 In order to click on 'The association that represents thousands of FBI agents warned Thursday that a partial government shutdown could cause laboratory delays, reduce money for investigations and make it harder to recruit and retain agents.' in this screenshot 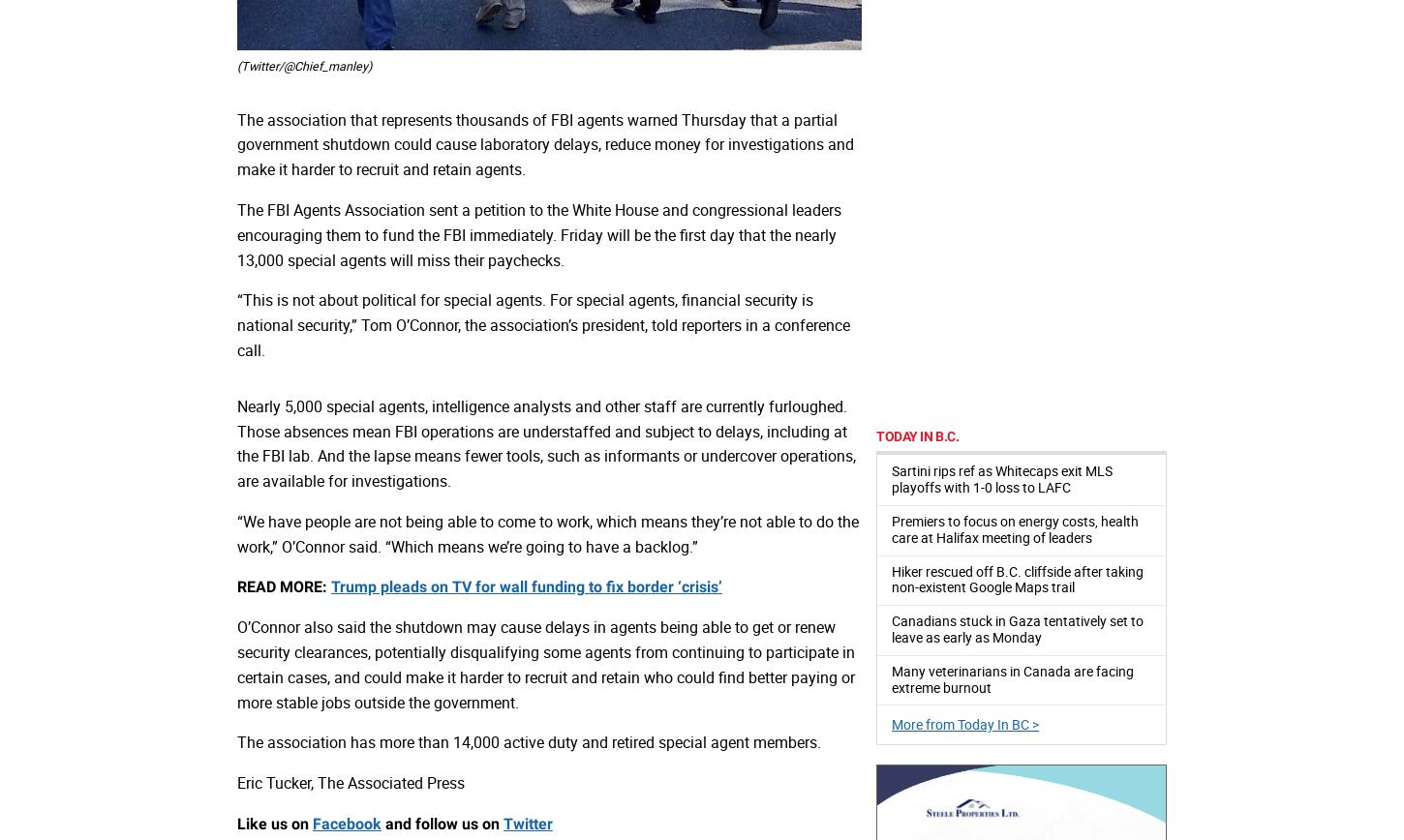, I will do `click(545, 144)`.